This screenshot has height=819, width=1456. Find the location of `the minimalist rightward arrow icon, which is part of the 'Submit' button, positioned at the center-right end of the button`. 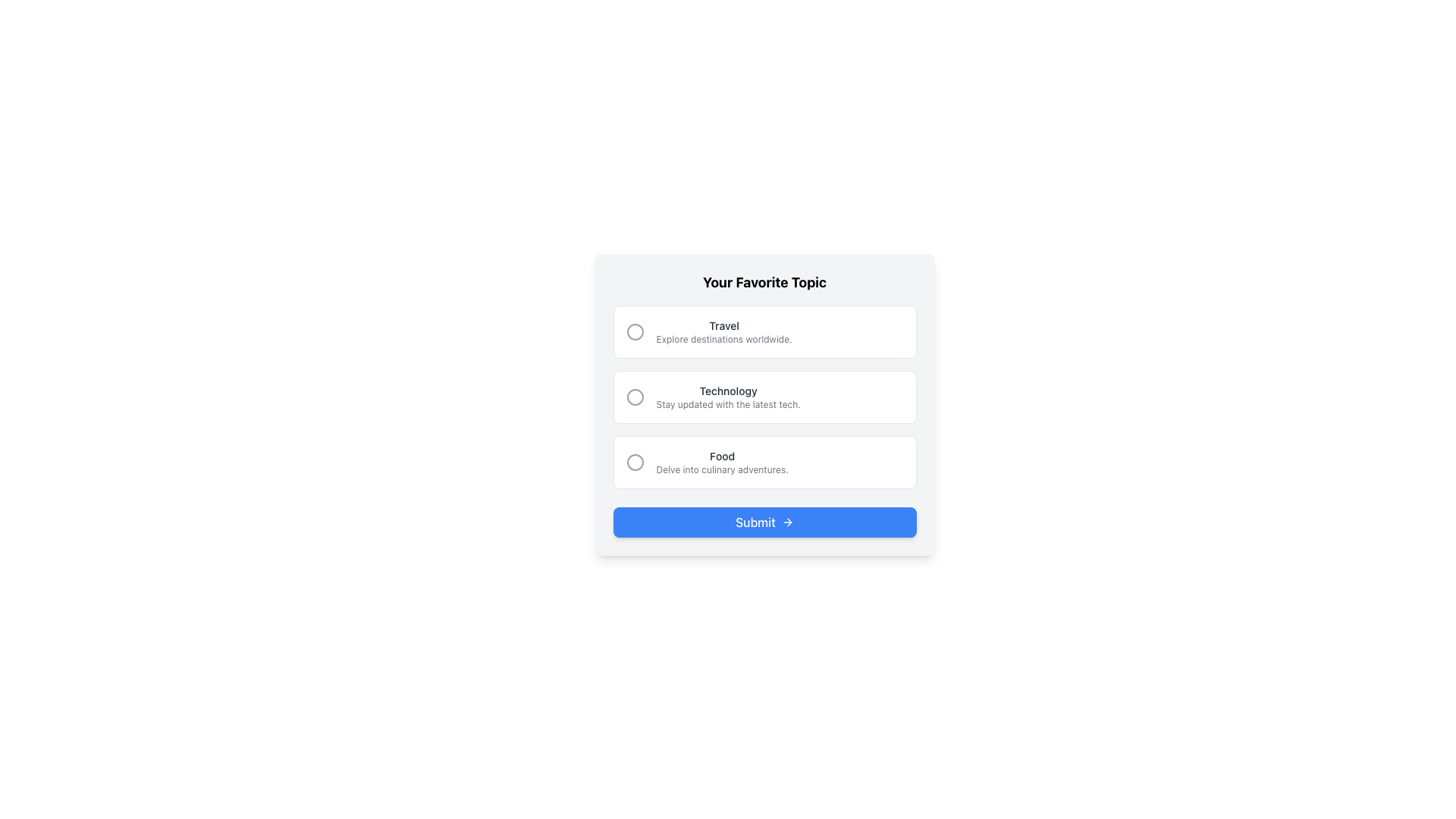

the minimalist rightward arrow icon, which is part of the 'Submit' button, positioned at the center-right end of the button is located at coordinates (787, 522).